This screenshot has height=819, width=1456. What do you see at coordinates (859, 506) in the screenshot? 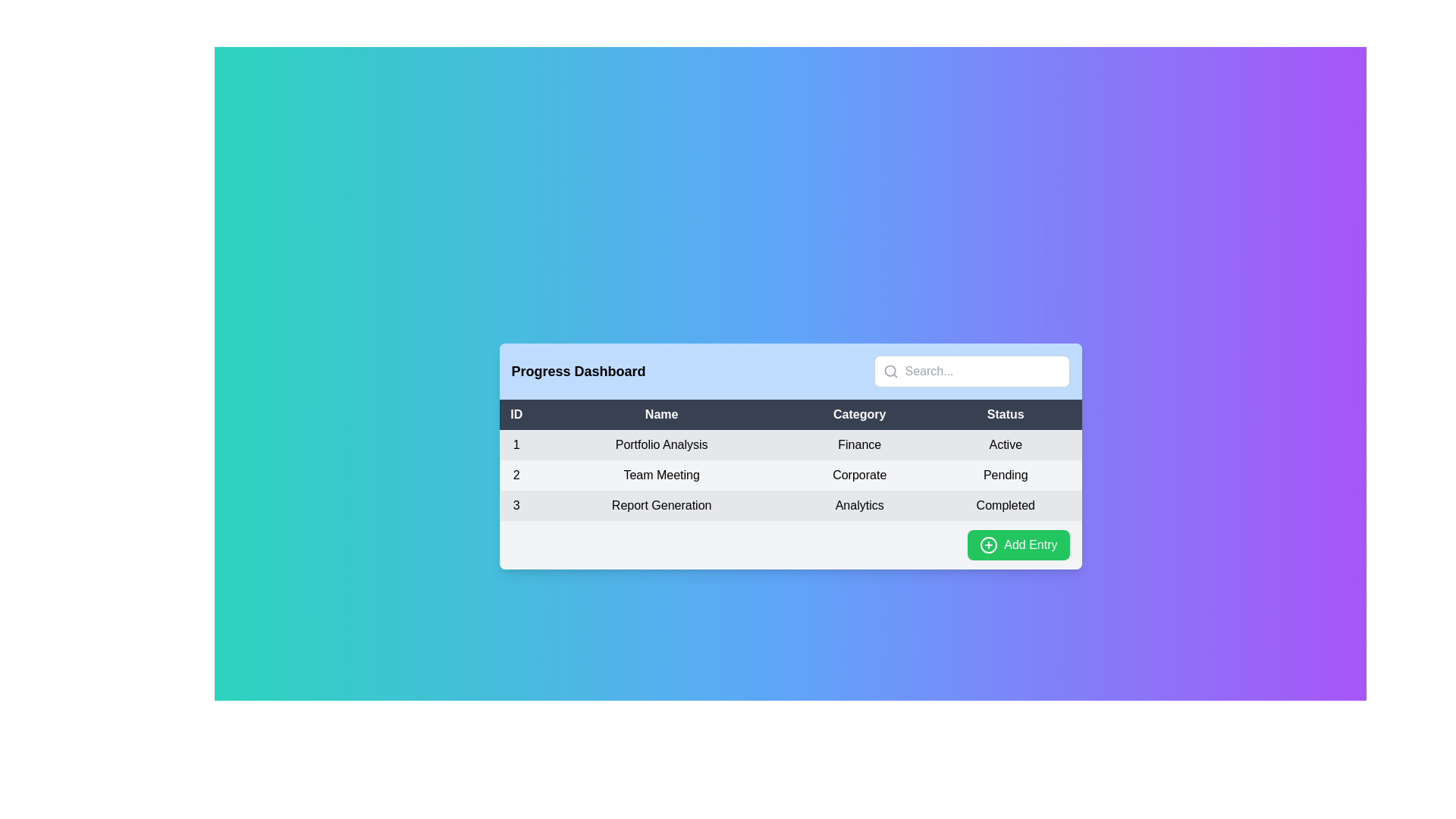
I see `the 'Analytics' text label in the 'Category' column of the third row of the table` at bounding box center [859, 506].